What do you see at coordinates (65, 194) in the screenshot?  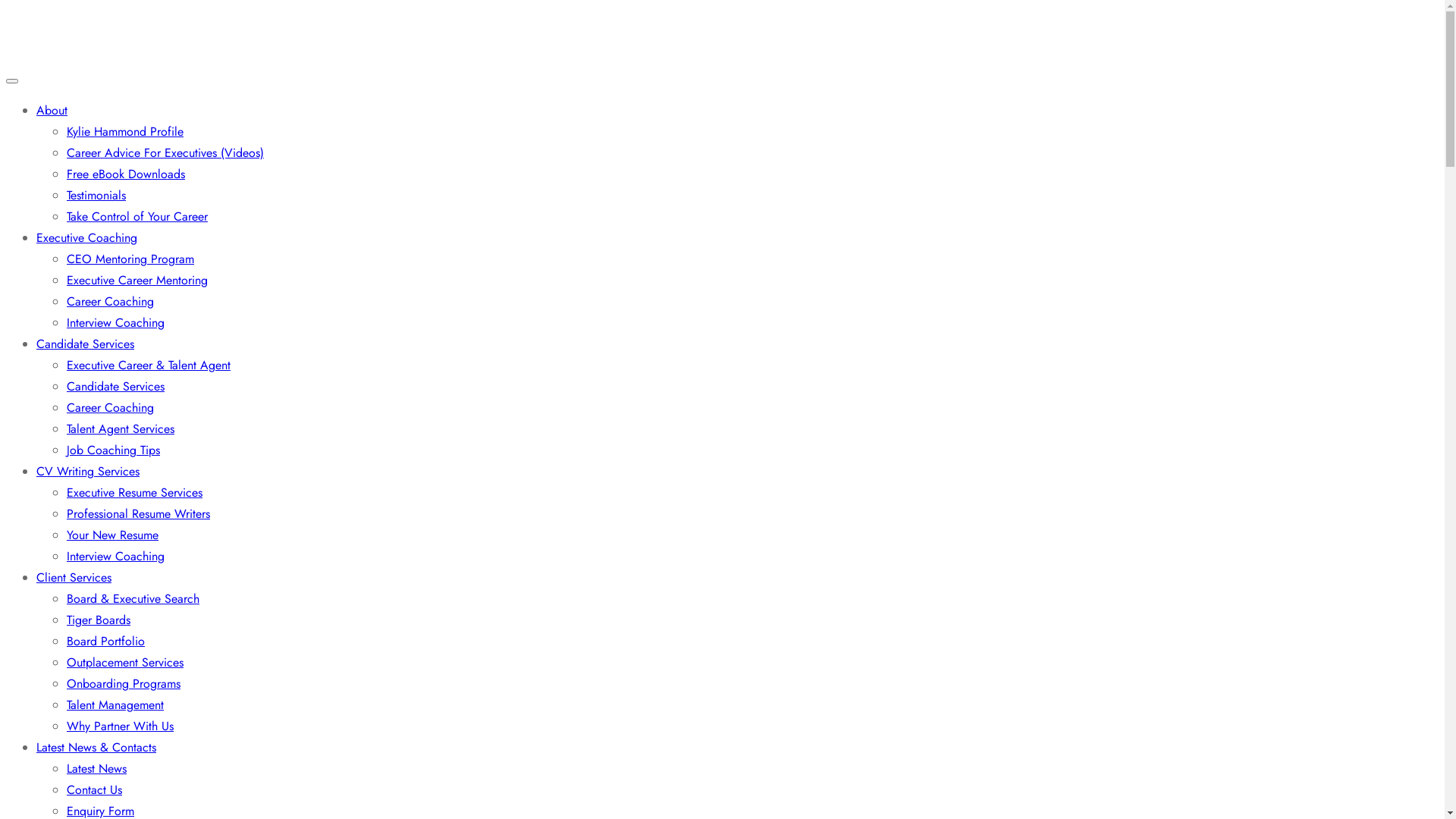 I see `'Testimonials'` at bounding box center [65, 194].